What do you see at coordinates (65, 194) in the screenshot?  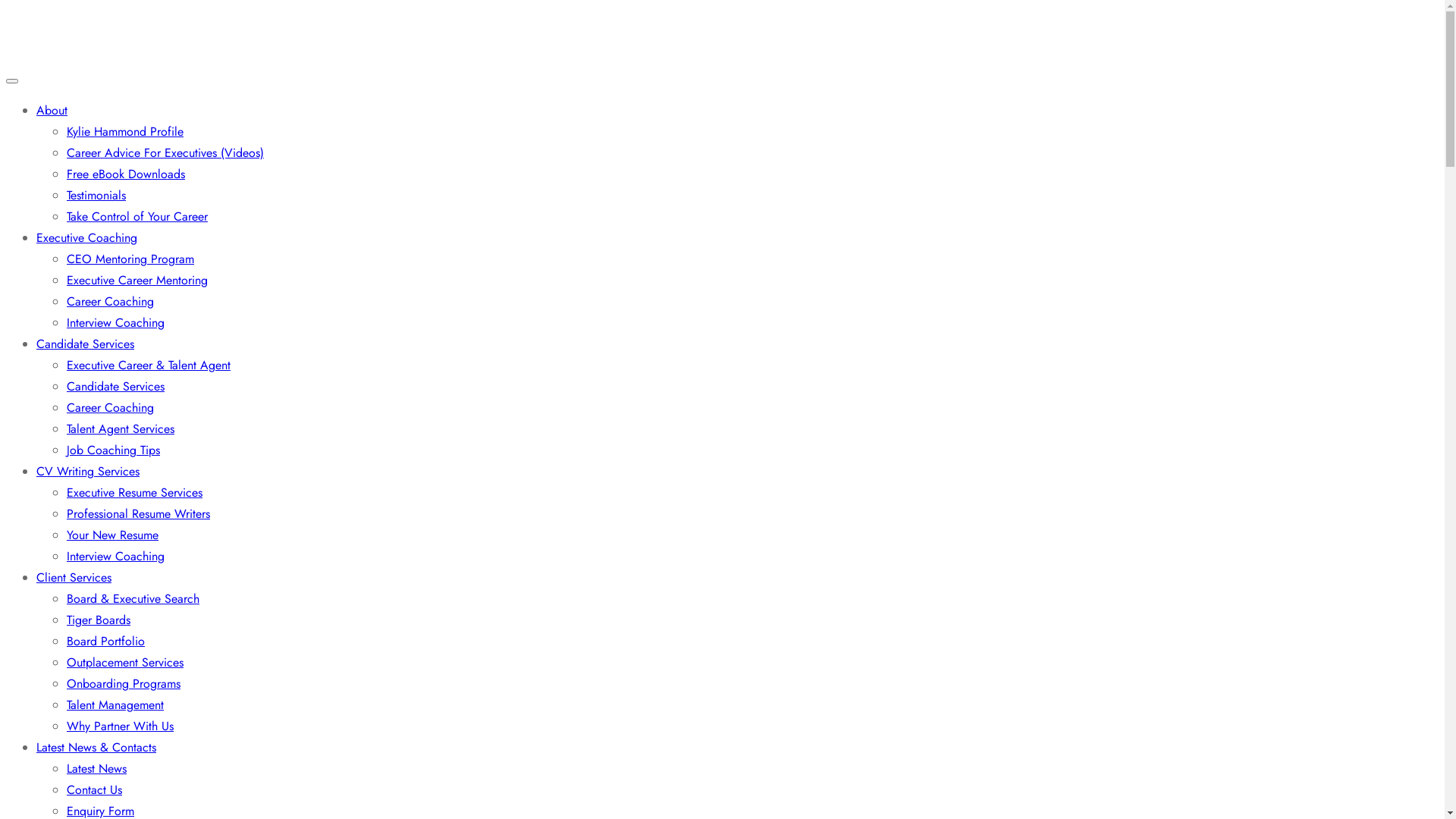 I see `'Testimonials'` at bounding box center [65, 194].